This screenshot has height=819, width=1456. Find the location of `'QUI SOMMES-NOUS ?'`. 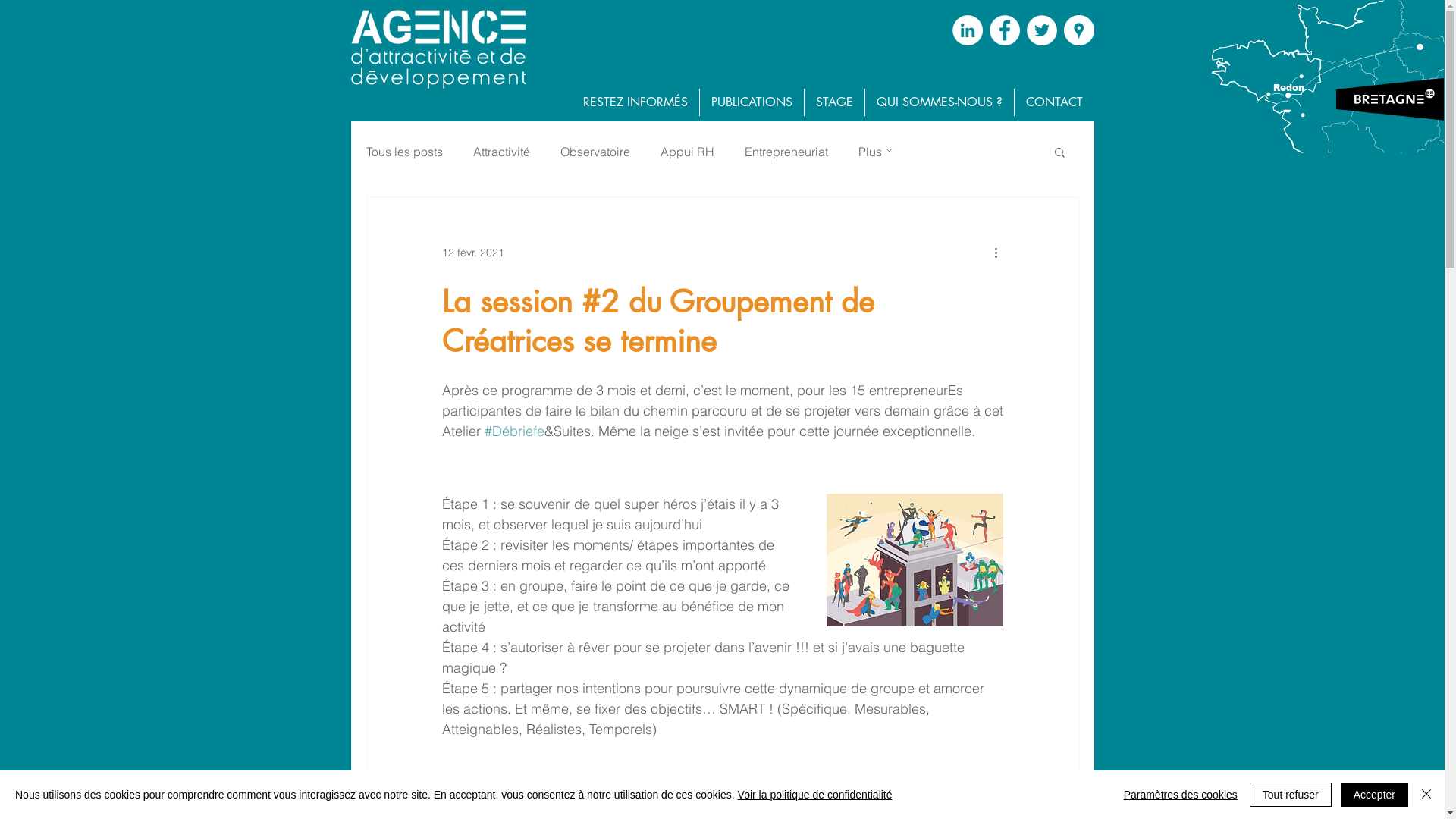

'QUI SOMMES-NOUS ?' is located at coordinates (938, 102).